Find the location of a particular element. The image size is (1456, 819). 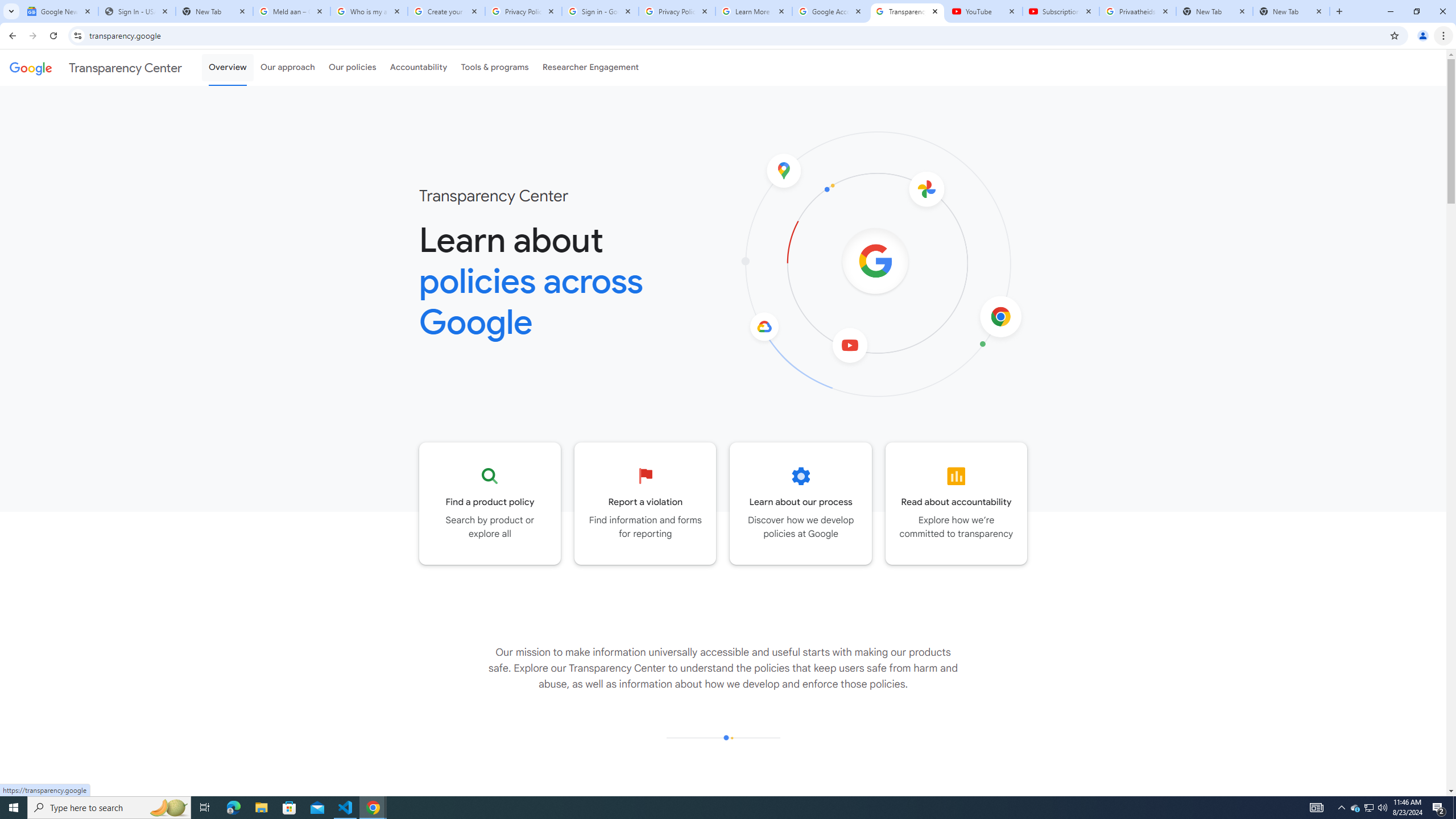

'New Tab' is located at coordinates (1291, 11).